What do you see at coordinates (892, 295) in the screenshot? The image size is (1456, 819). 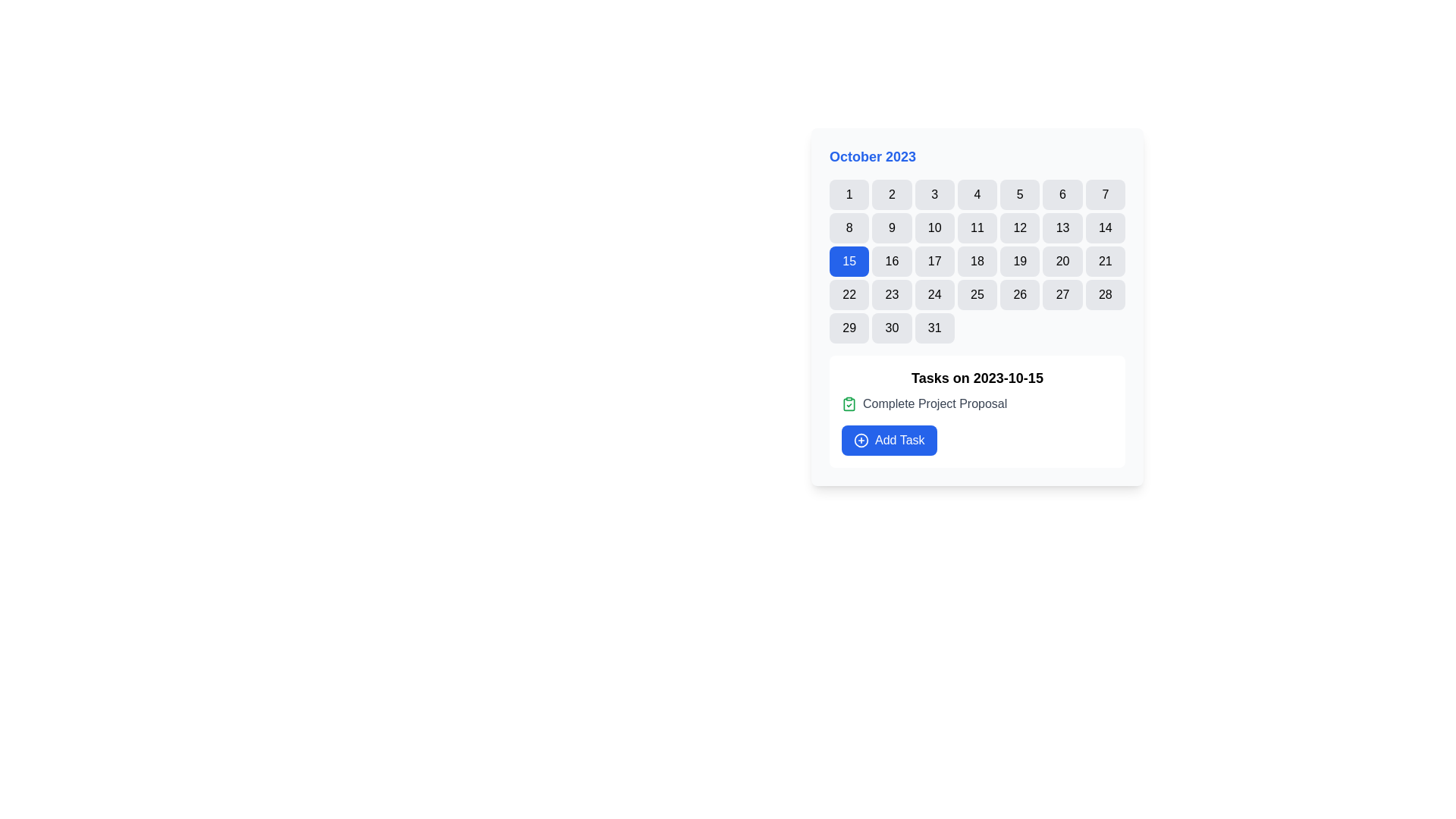 I see `the button representing the 23rd day in the calendar view to change its background color` at bounding box center [892, 295].